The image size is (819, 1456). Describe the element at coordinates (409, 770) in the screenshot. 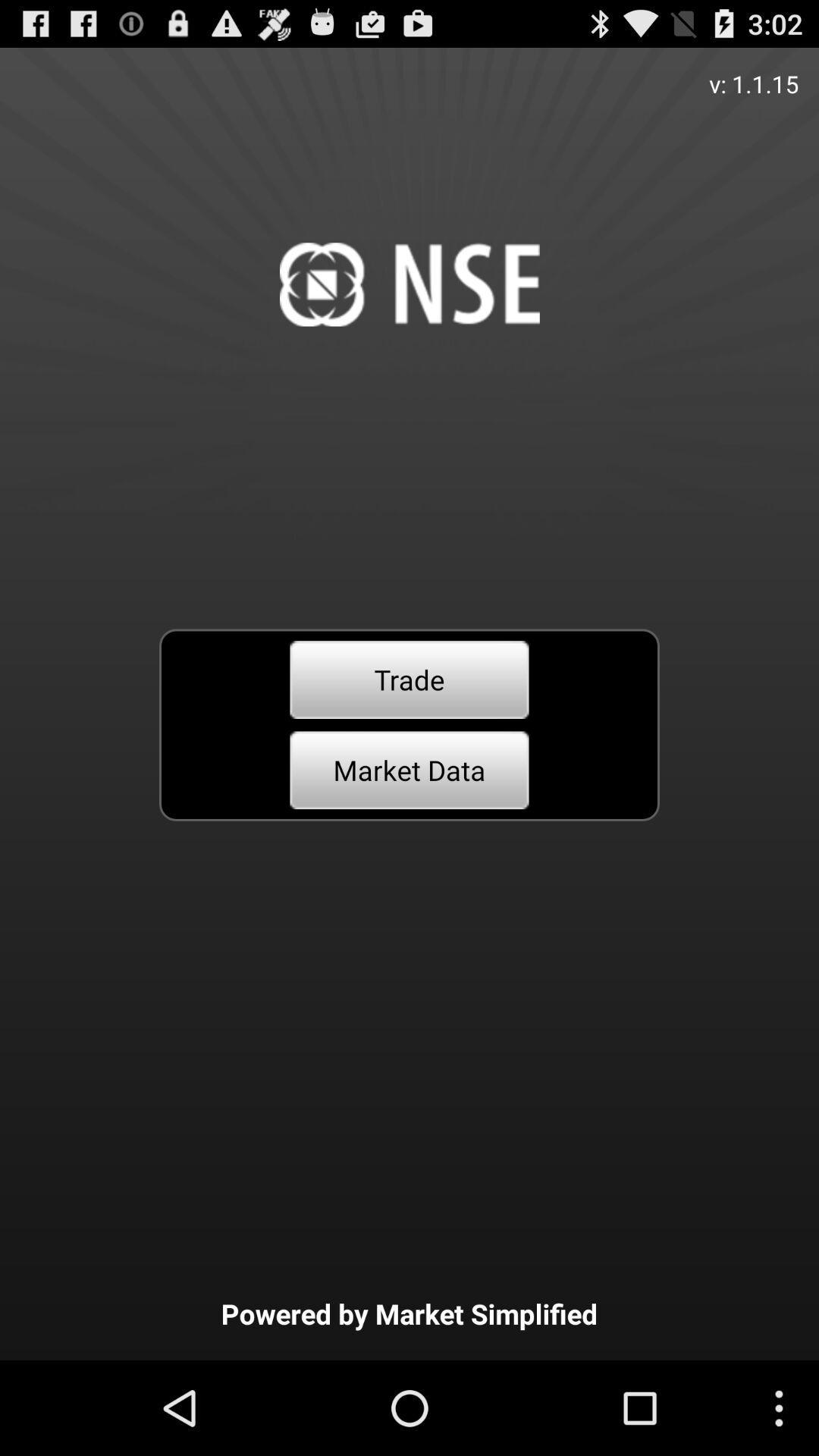

I see `the market data` at that location.